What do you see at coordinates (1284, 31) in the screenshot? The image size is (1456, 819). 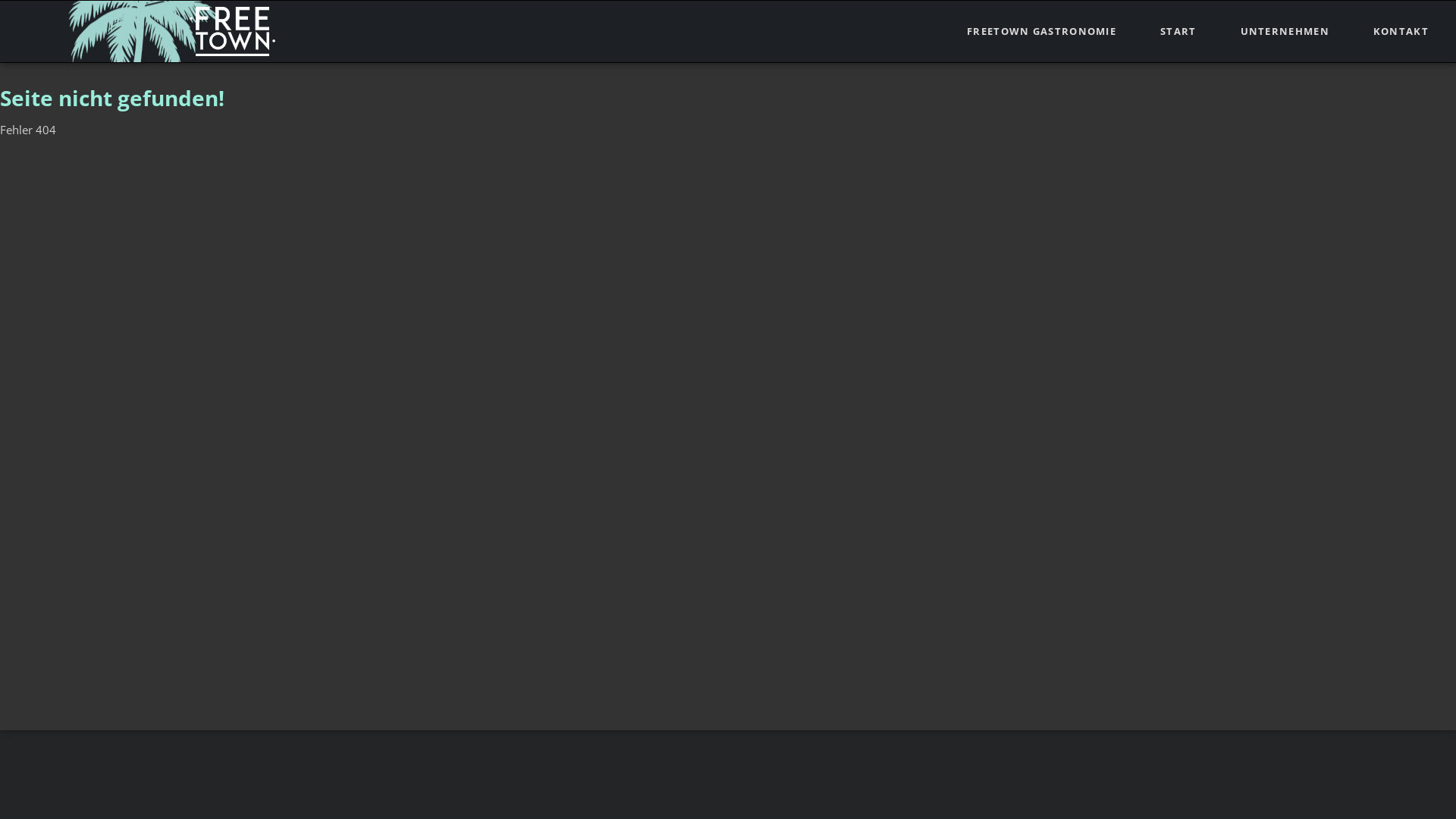 I see `'UNTERNEHMEN'` at bounding box center [1284, 31].